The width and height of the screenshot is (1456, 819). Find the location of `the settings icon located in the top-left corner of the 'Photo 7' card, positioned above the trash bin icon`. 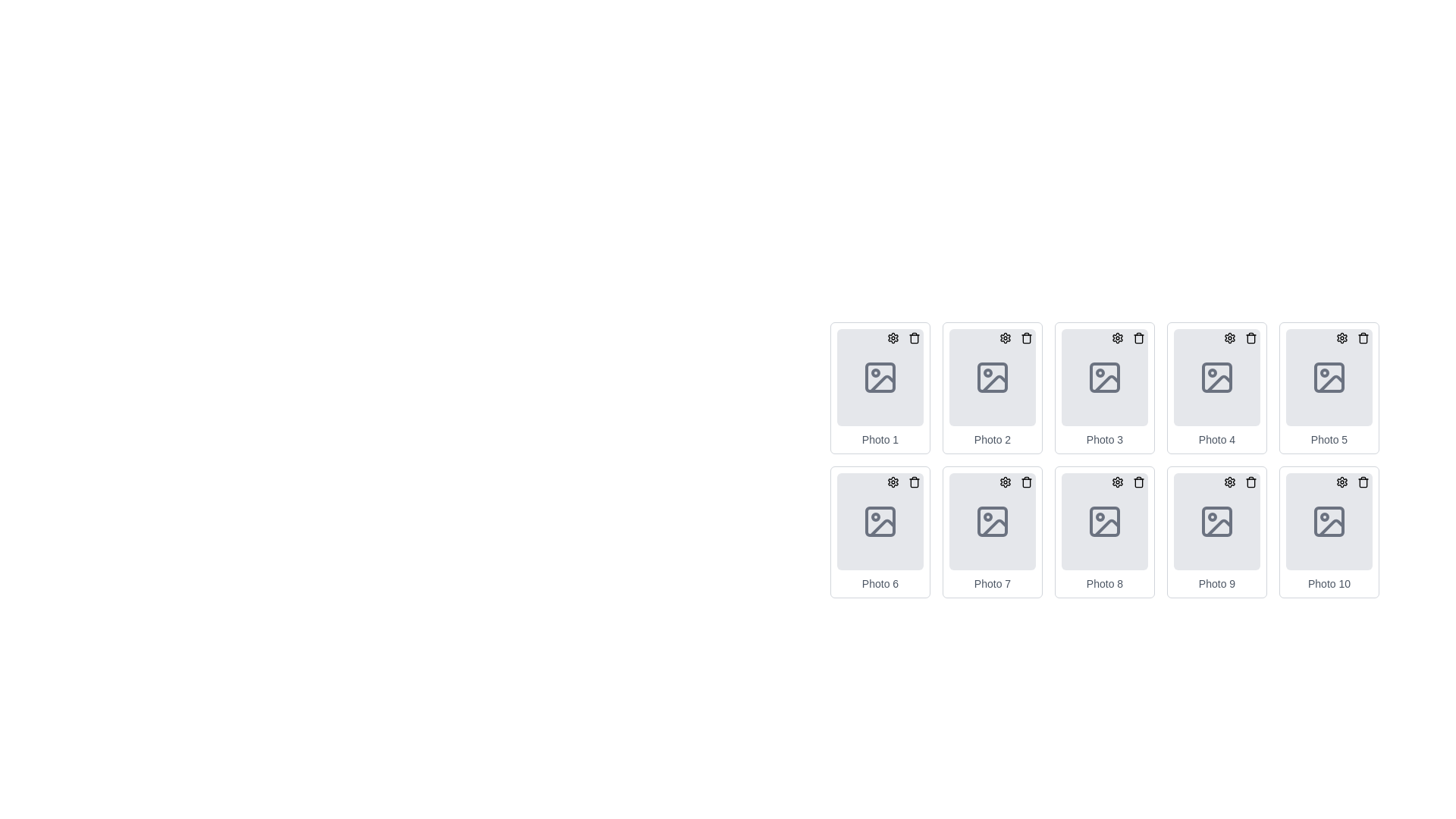

the settings icon located in the top-left corner of the 'Photo 7' card, positioned above the trash bin icon is located at coordinates (1005, 482).